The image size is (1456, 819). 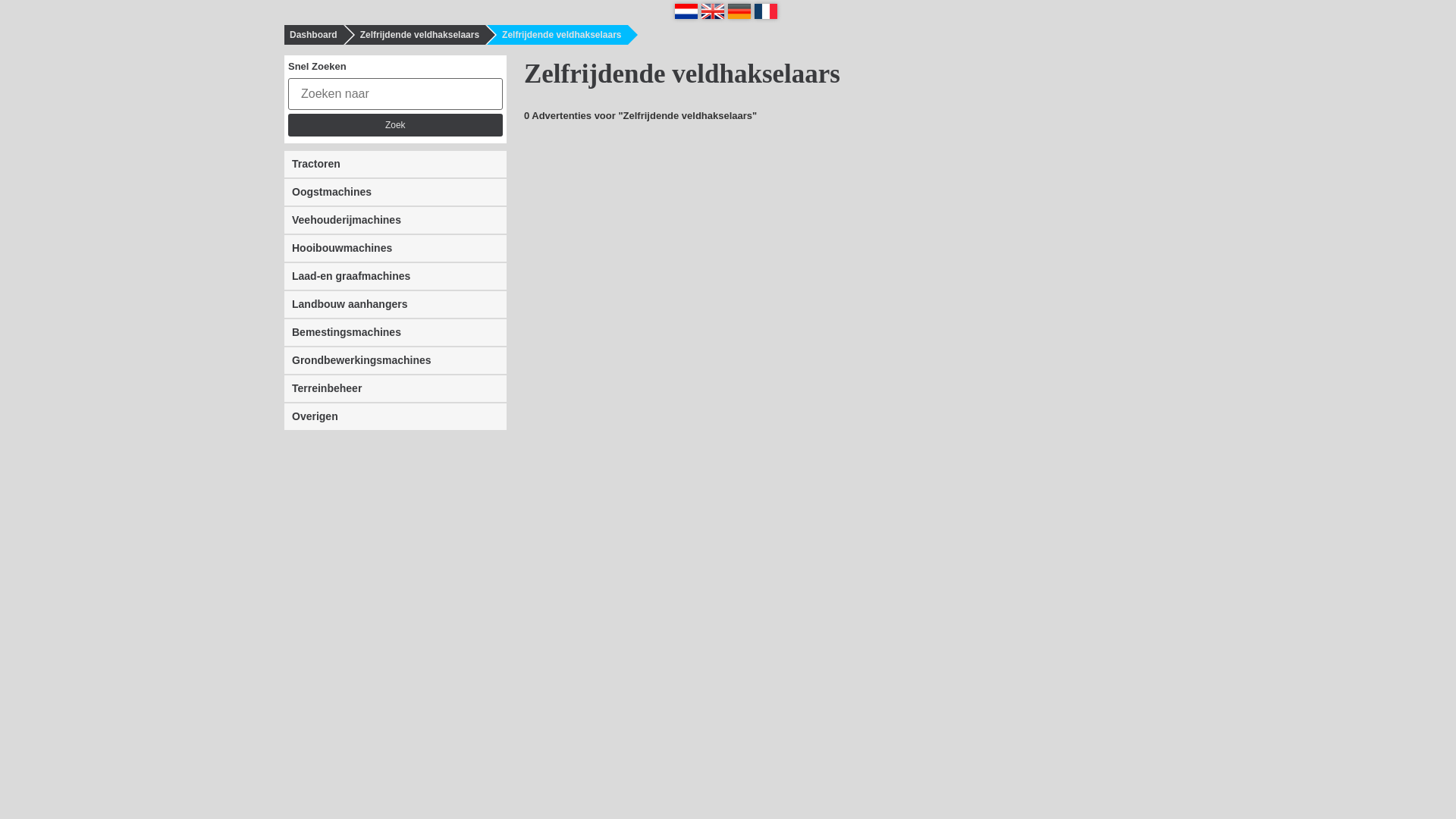 What do you see at coordinates (395, 360) in the screenshot?
I see `'Grondbewerkingsmachines'` at bounding box center [395, 360].